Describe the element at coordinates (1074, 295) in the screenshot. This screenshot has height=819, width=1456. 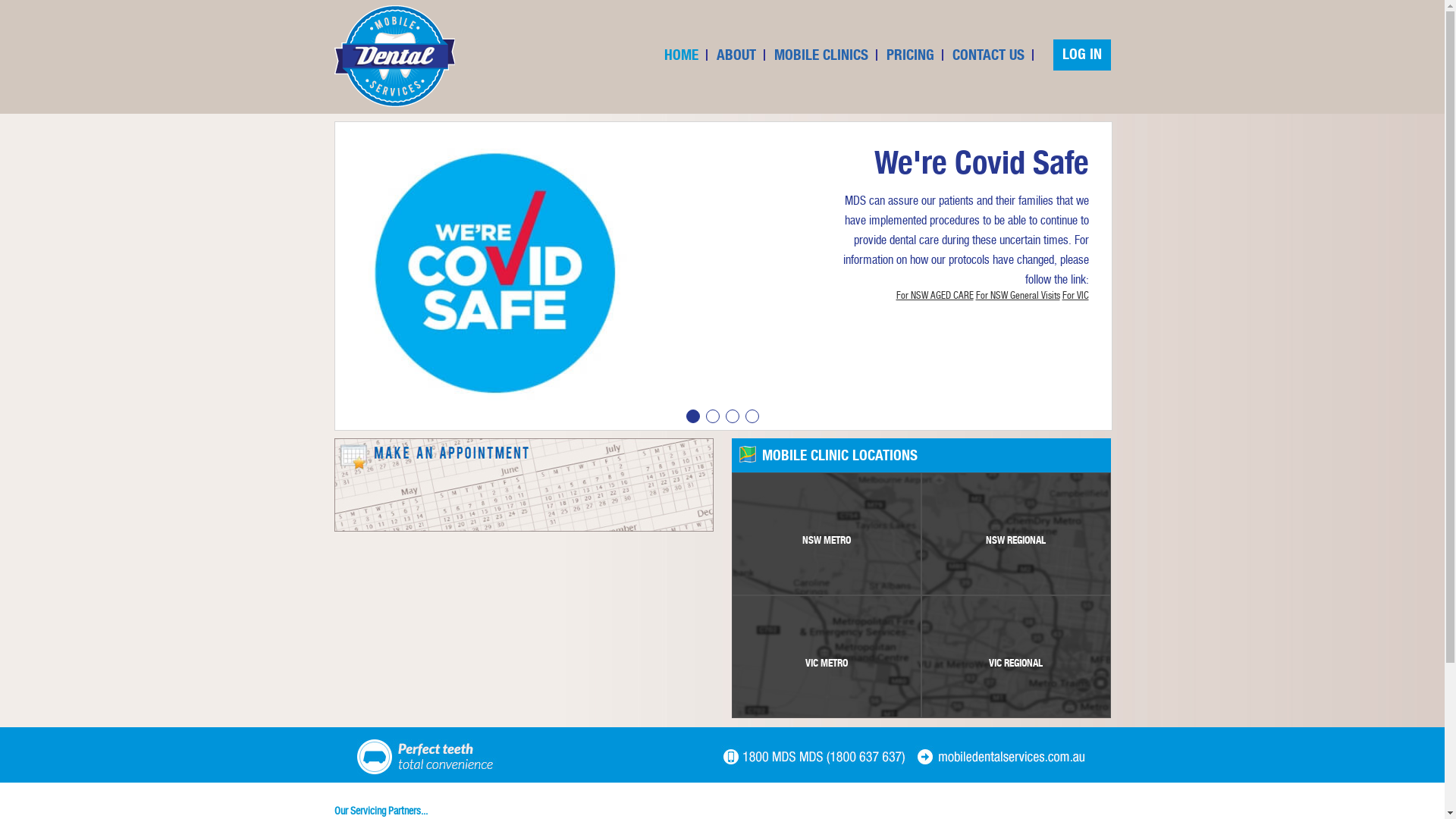
I see `'For VIC'` at that location.